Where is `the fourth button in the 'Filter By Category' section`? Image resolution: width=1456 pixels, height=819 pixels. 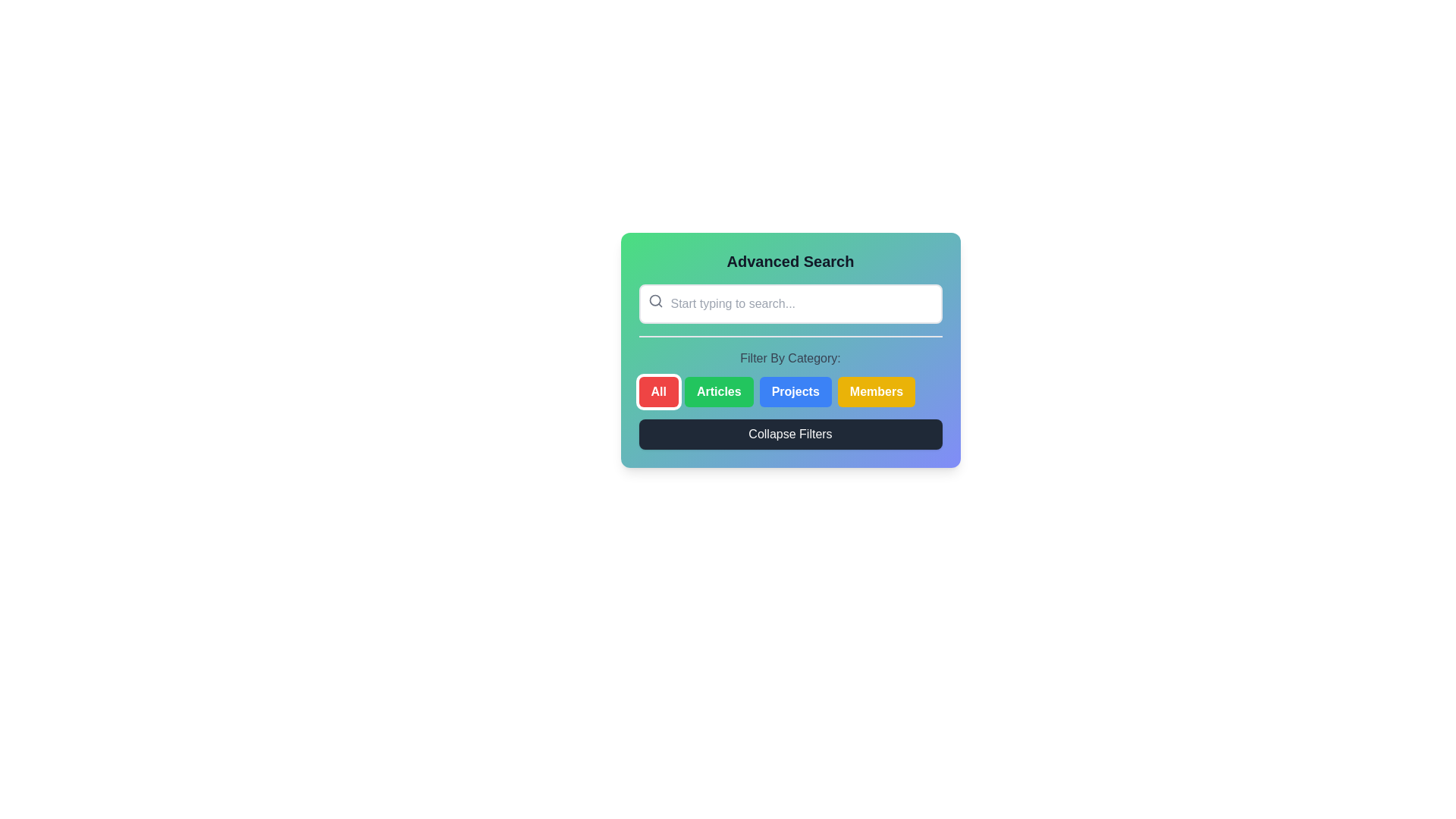 the fourth button in the 'Filter By Category' section is located at coordinates (876, 391).